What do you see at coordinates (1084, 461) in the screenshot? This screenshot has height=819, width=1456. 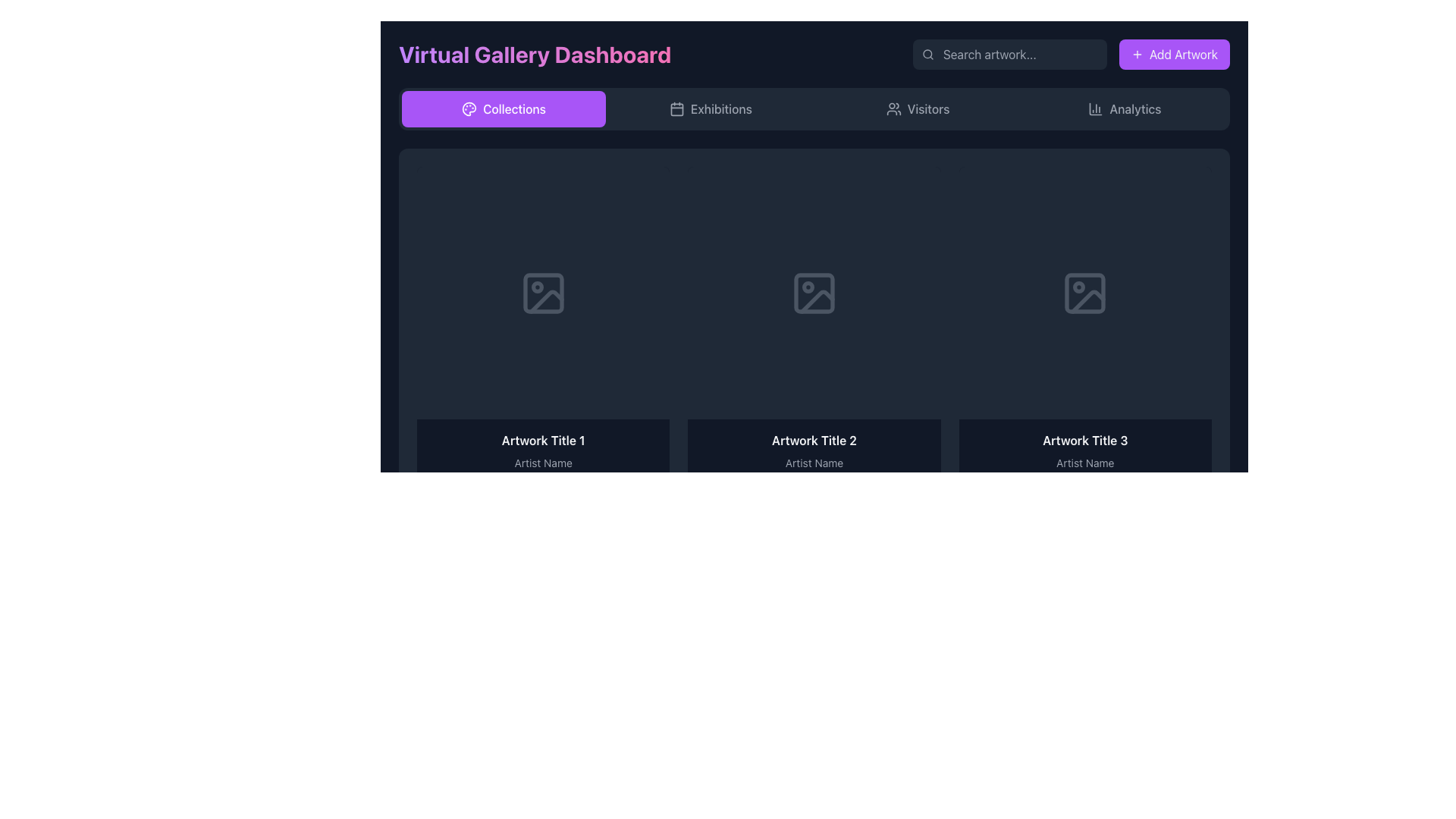 I see `the Label Group displaying 'Artwork Title 3' and 'Artist Name' at the bottom of the third artwork card` at bounding box center [1084, 461].